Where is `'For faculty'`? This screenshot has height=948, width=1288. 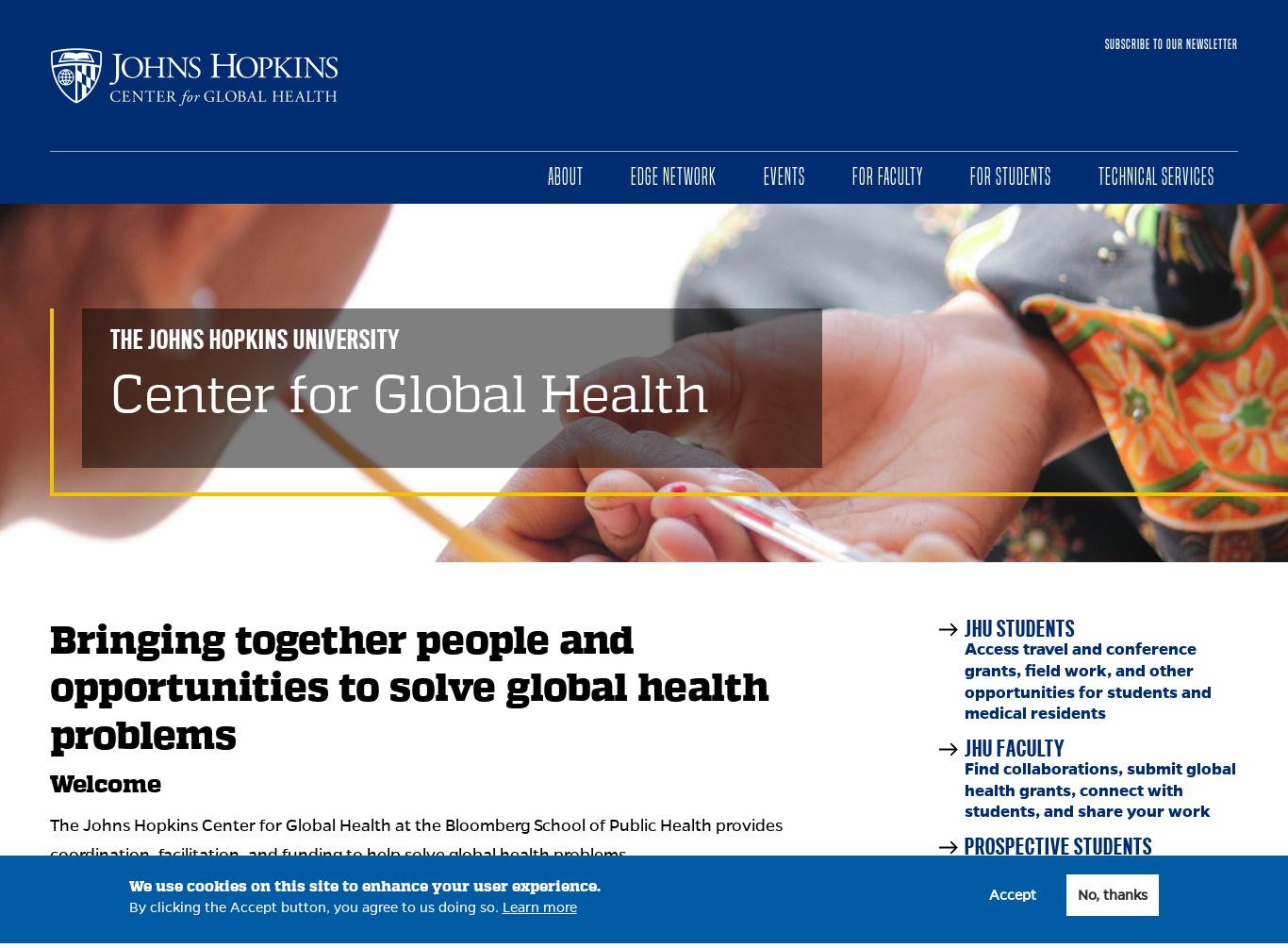
'For faculty' is located at coordinates (887, 175).